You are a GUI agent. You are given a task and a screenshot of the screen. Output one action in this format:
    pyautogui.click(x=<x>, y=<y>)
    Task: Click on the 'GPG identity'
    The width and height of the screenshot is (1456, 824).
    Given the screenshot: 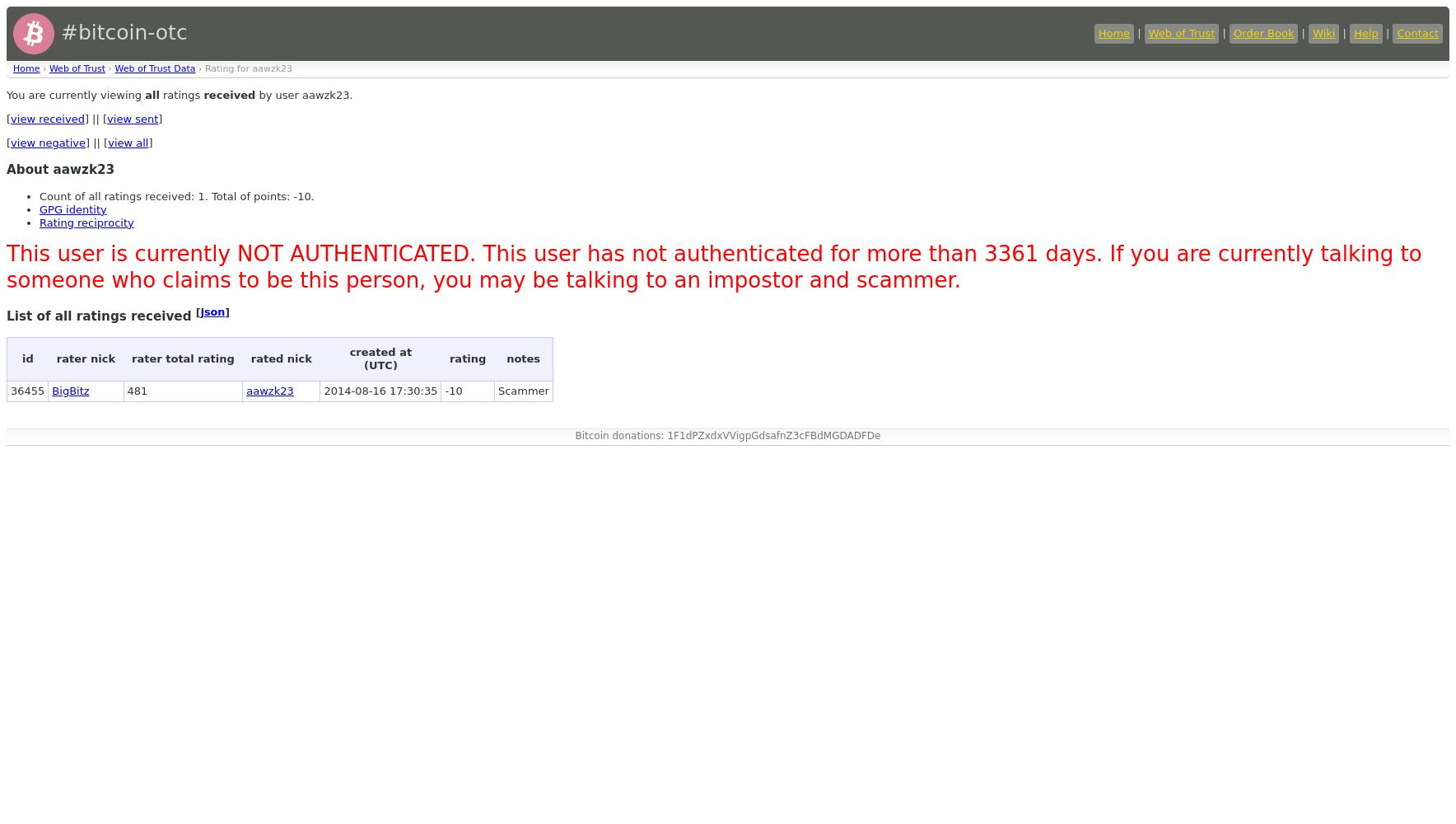 What is the action you would take?
    pyautogui.click(x=72, y=208)
    